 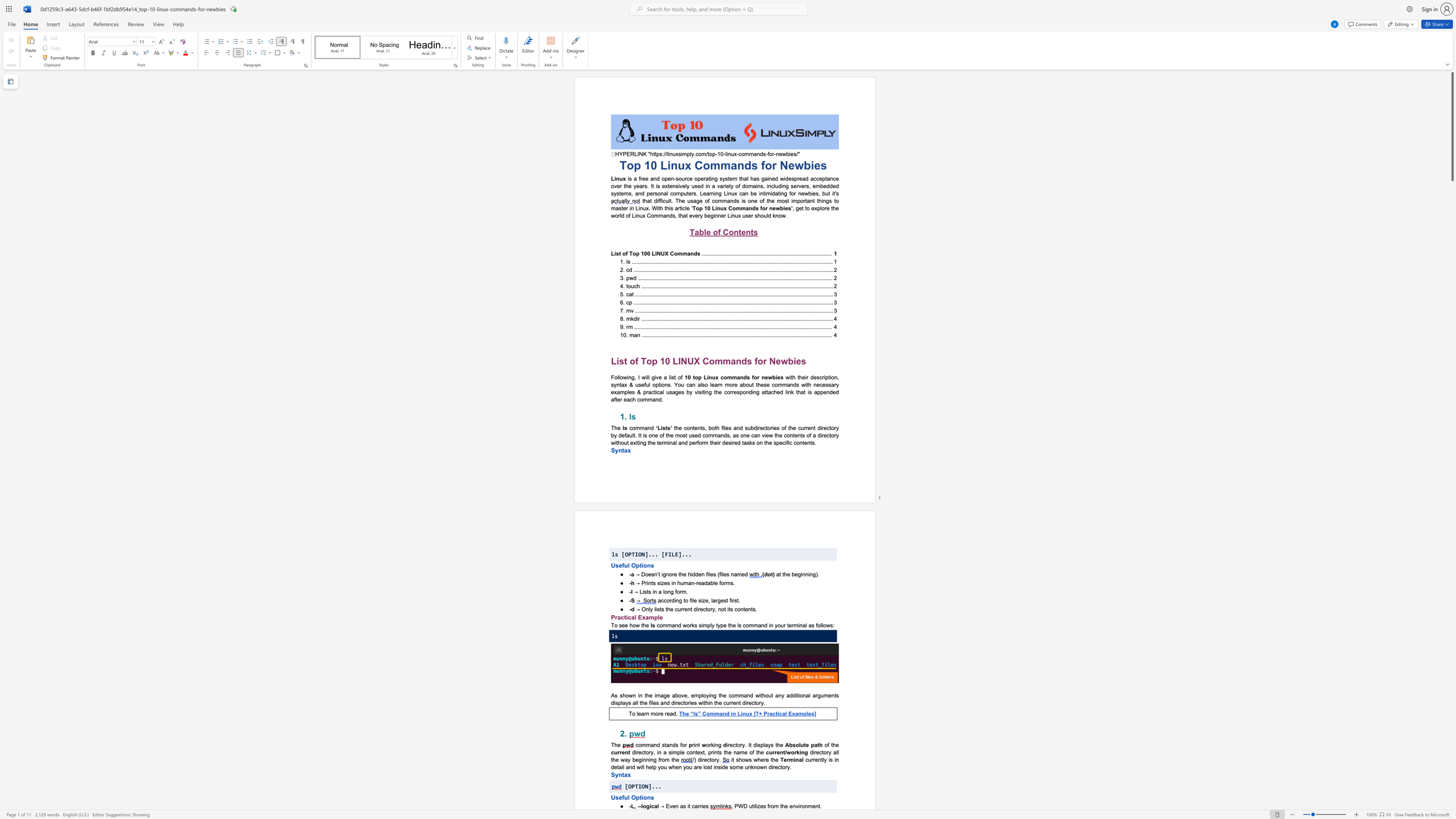 I want to click on the subset text "o see how" within the text "To see how the", so click(x=614, y=625).